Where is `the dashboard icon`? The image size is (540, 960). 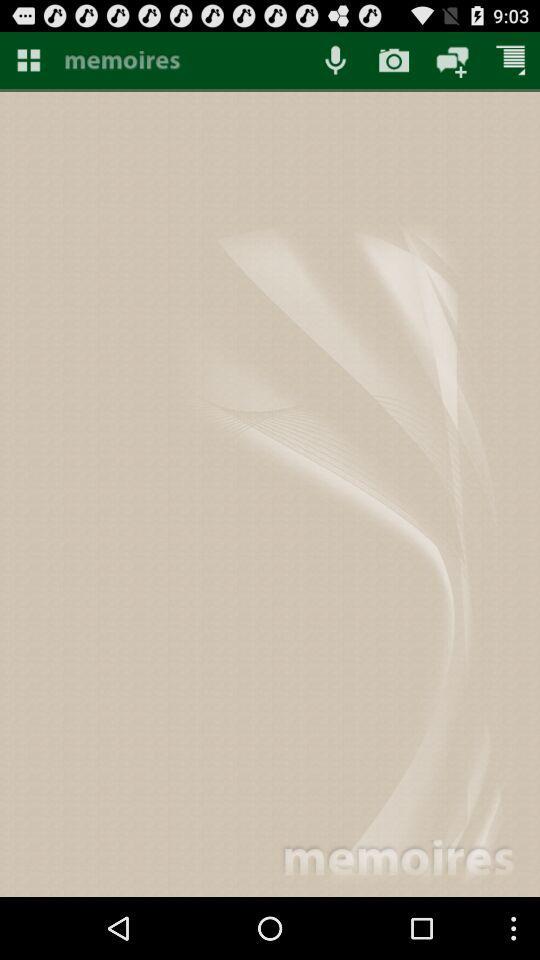
the dashboard icon is located at coordinates (27, 64).